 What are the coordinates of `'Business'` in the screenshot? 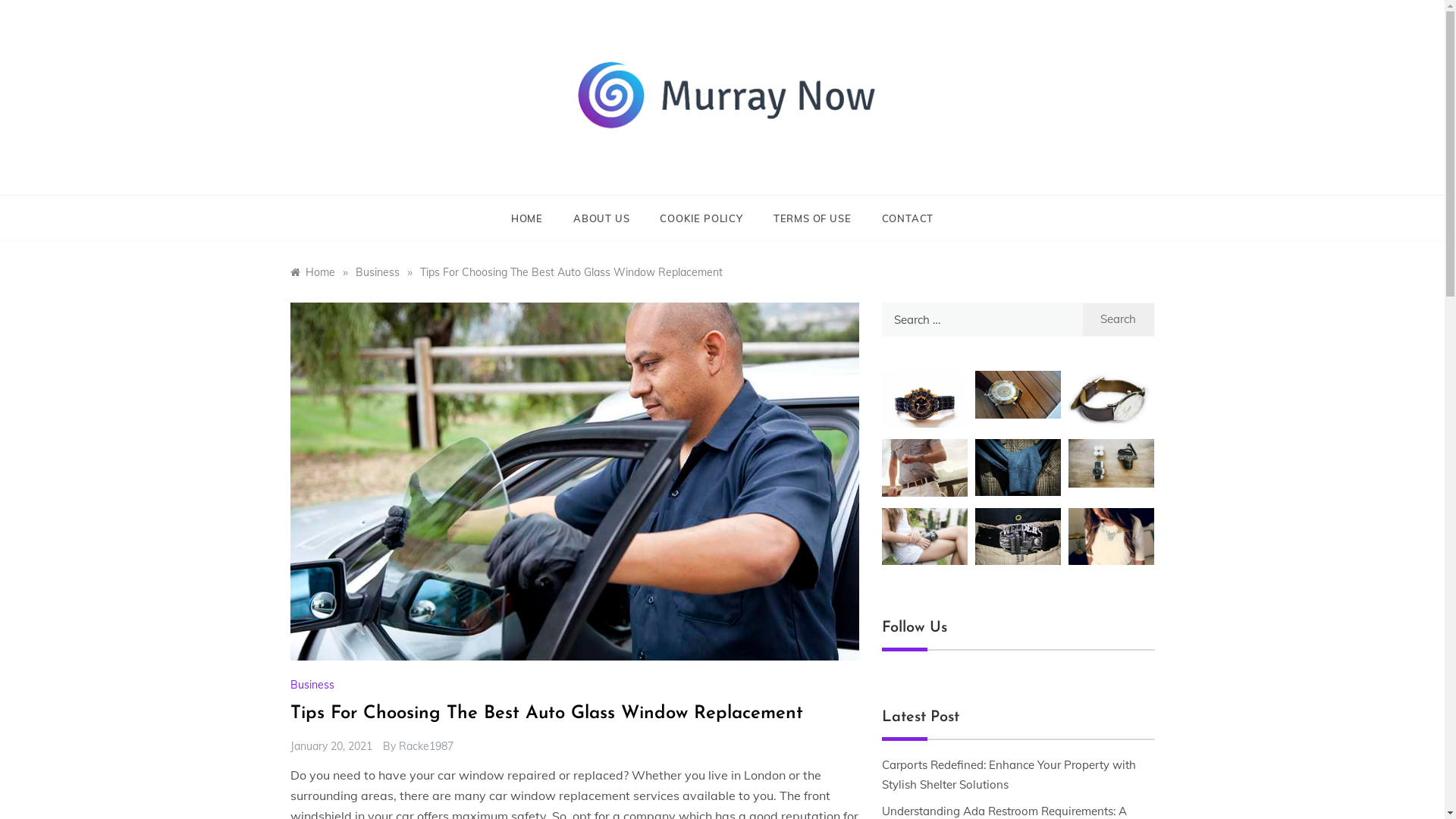 It's located at (377, 271).